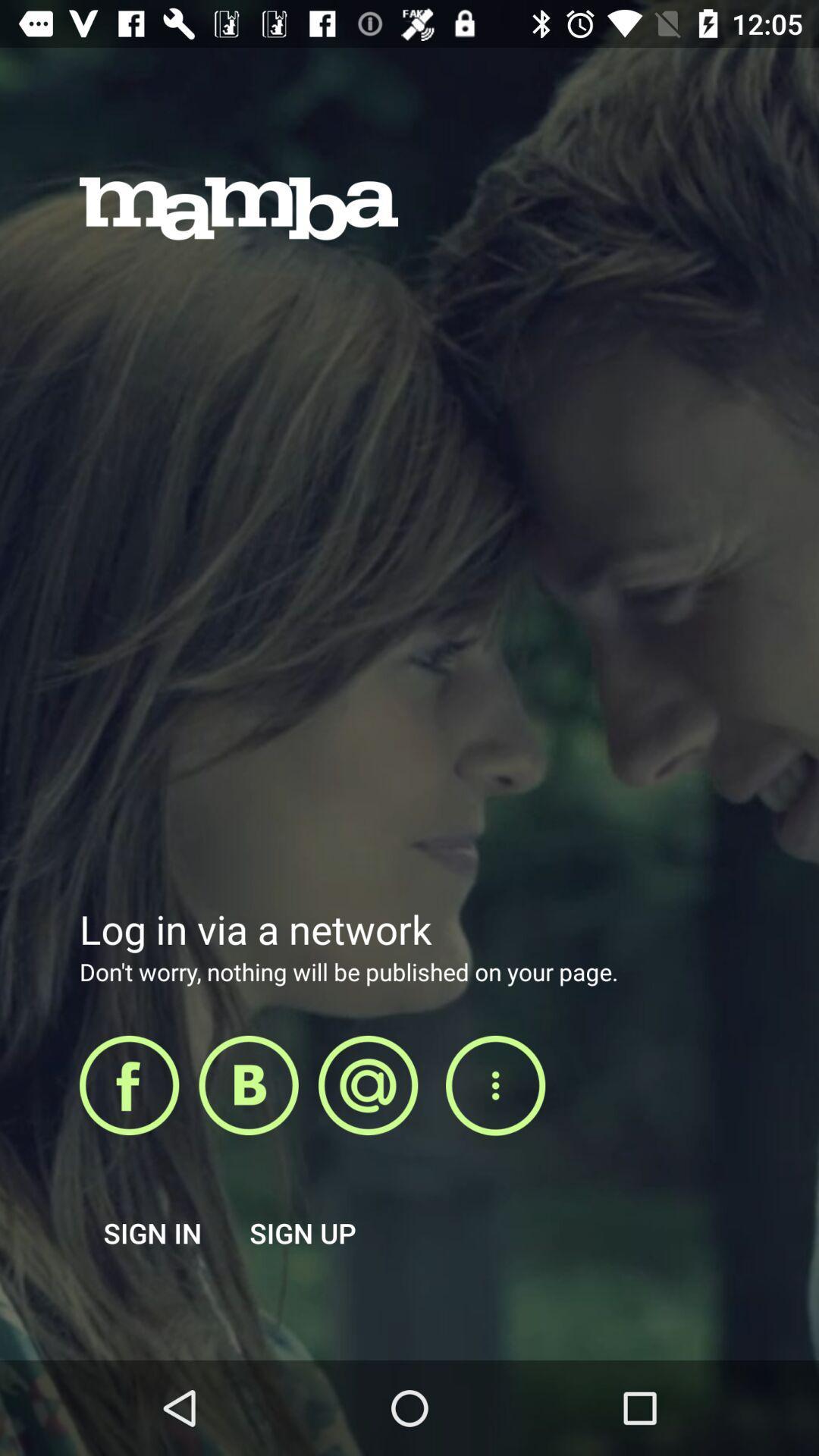 The width and height of the screenshot is (819, 1456). Describe the element at coordinates (128, 1084) in the screenshot. I see `login with facebook` at that location.